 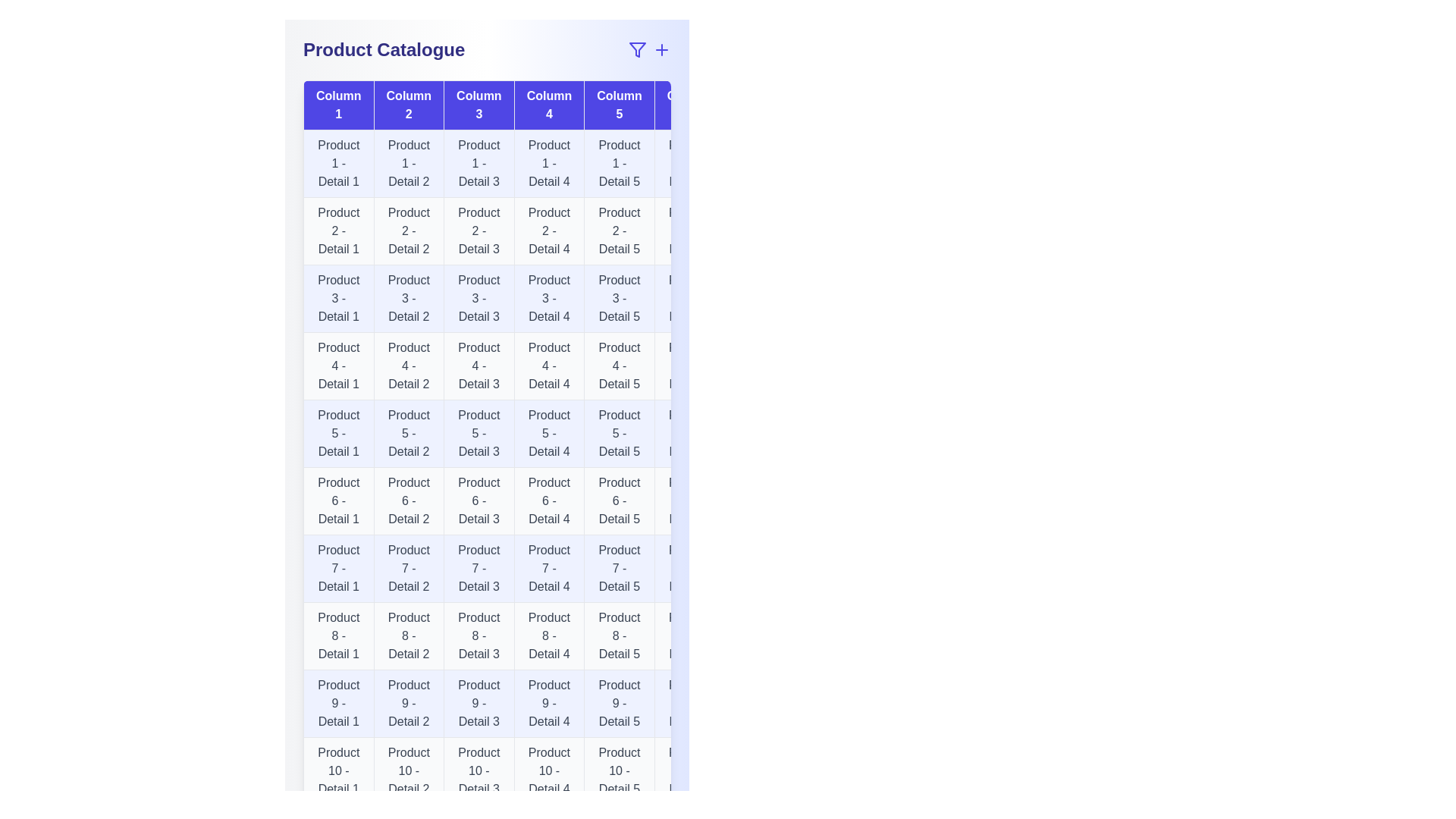 I want to click on the header of column Column 6 to sort the table by that column, so click(x=689, y=104).